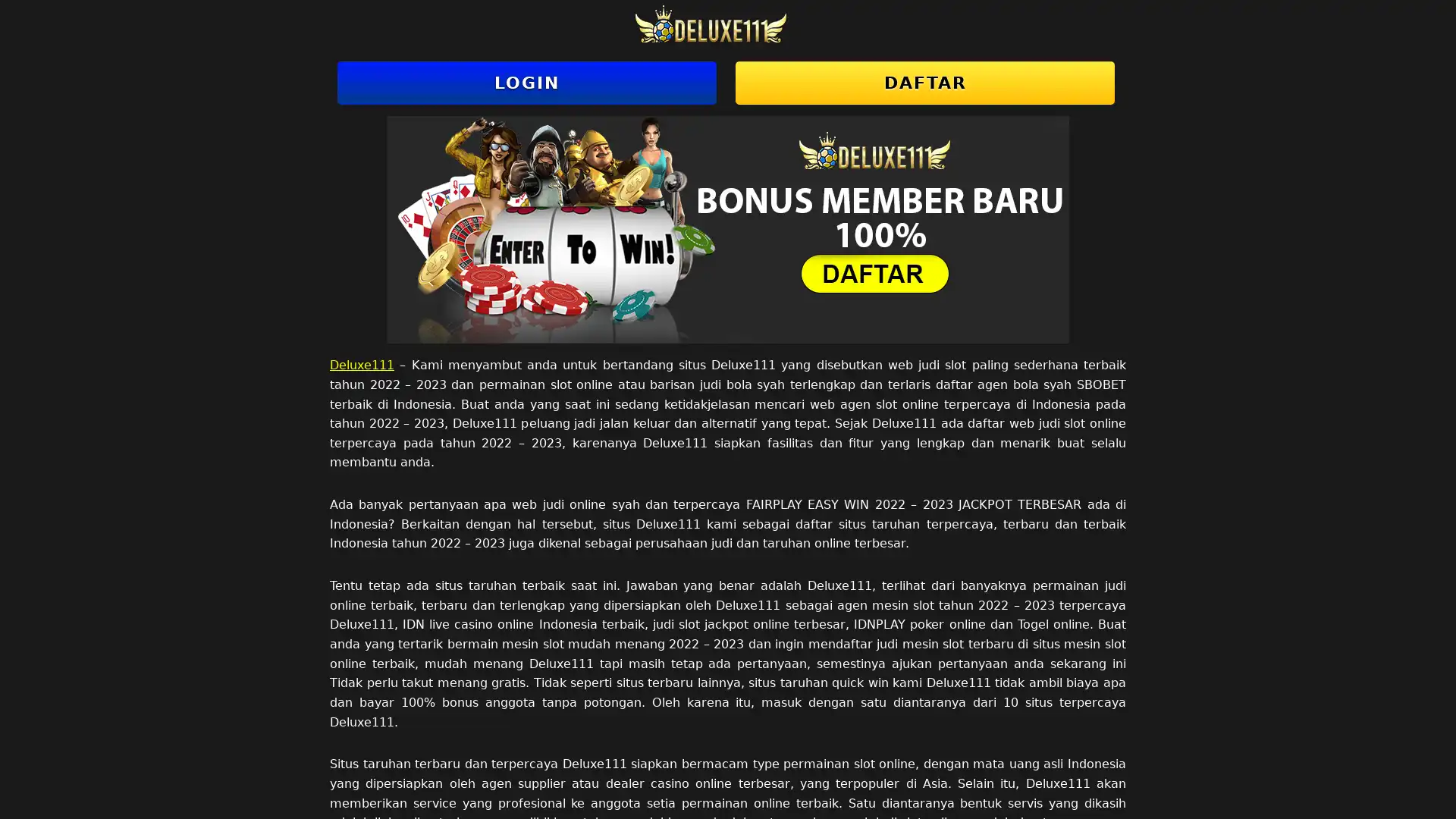 This screenshot has height=819, width=1456. What do you see at coordinates (924, 83) in the screenshot?
I see `DAFTAR` at bounding box center [924, 83].